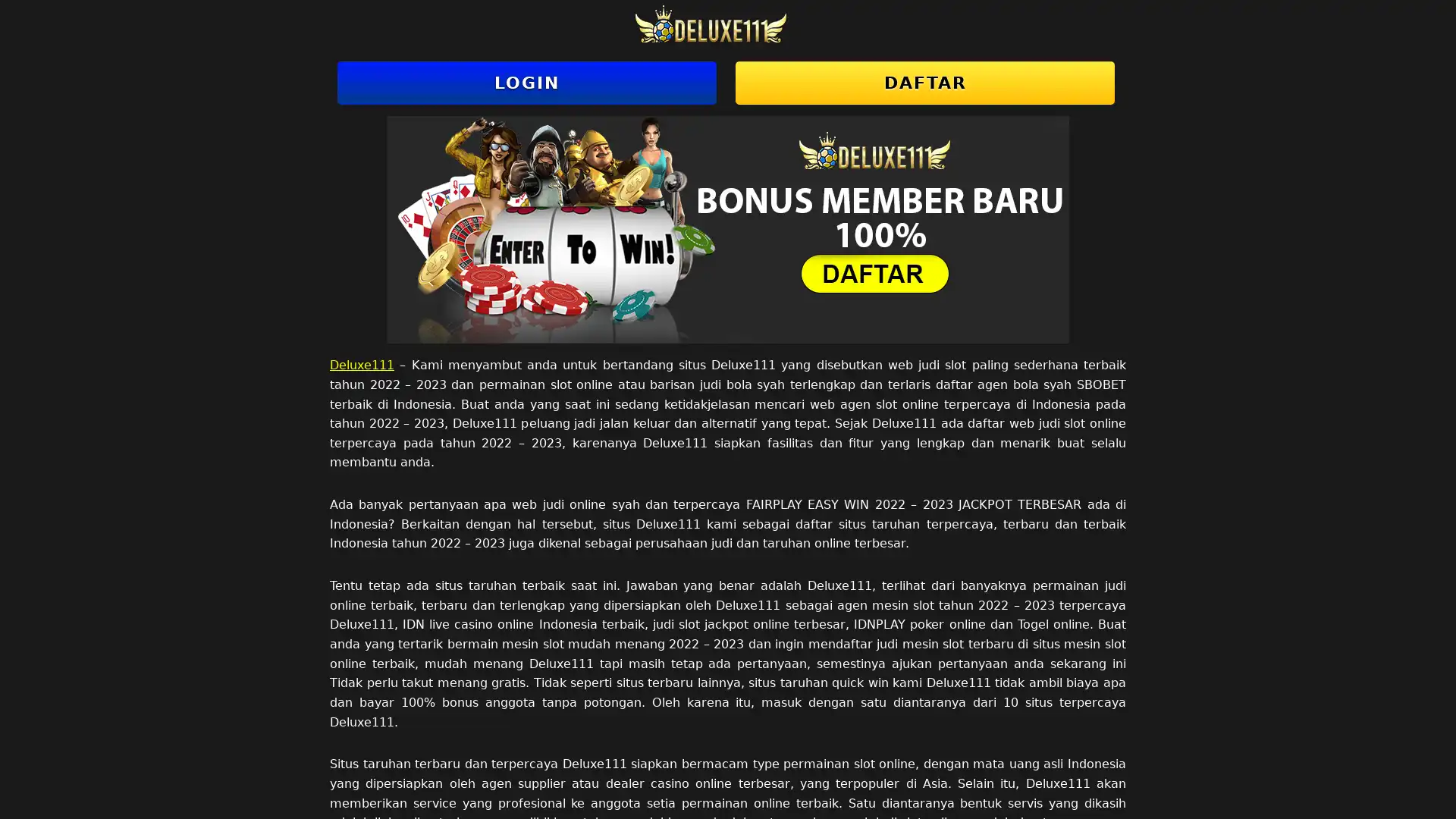 This screenshot has height=819, width=1456. What do you see at coordinates (924, 83) in the screenshot?
I see `DAFTAR` at bounding box center [924, 83].